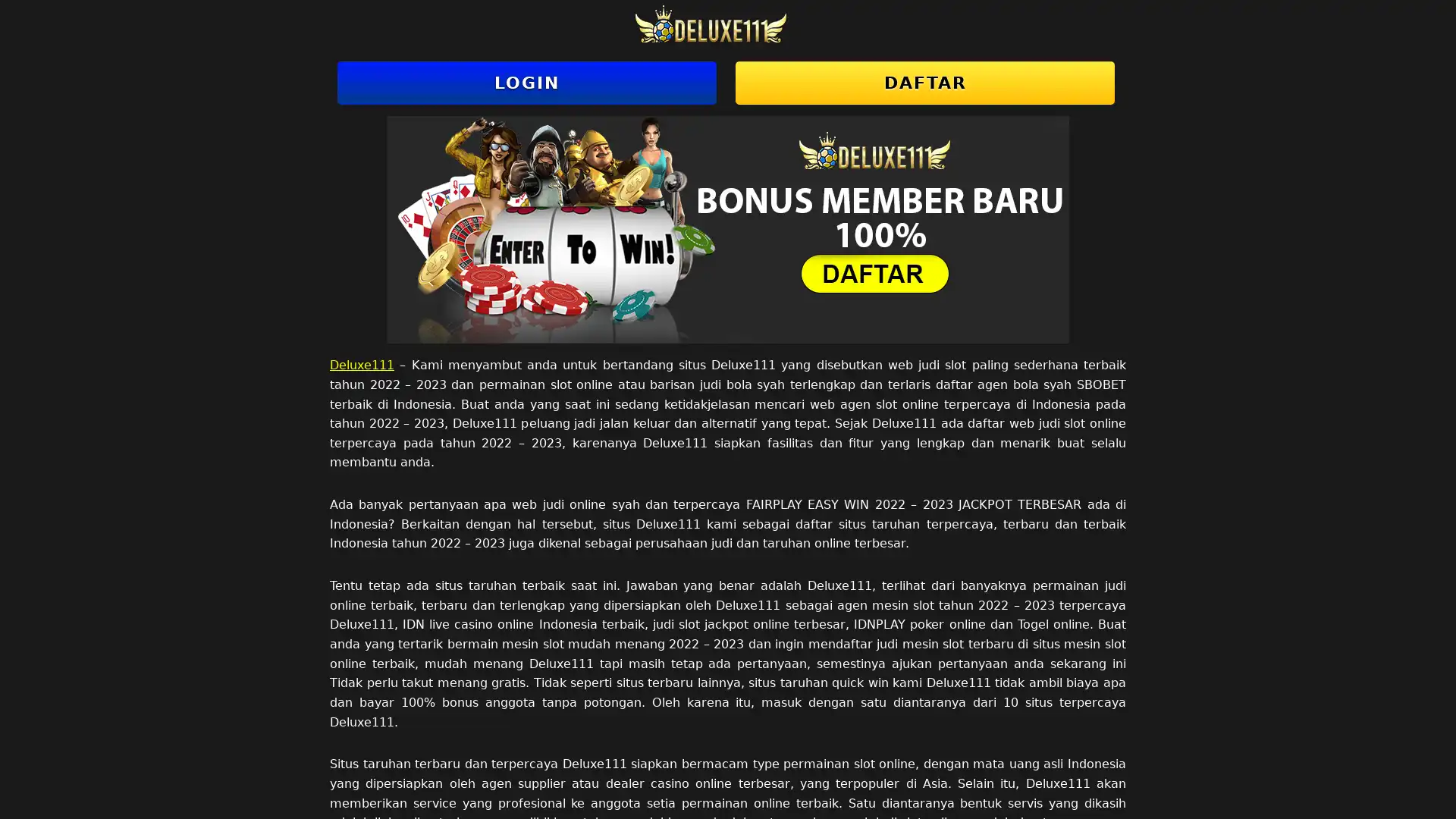 This screenshot has height=819, width=1456. What do you see at coordinates (924, 83) in the screenshot?
I see `DAFTAR` at bounding box center [924, 83].